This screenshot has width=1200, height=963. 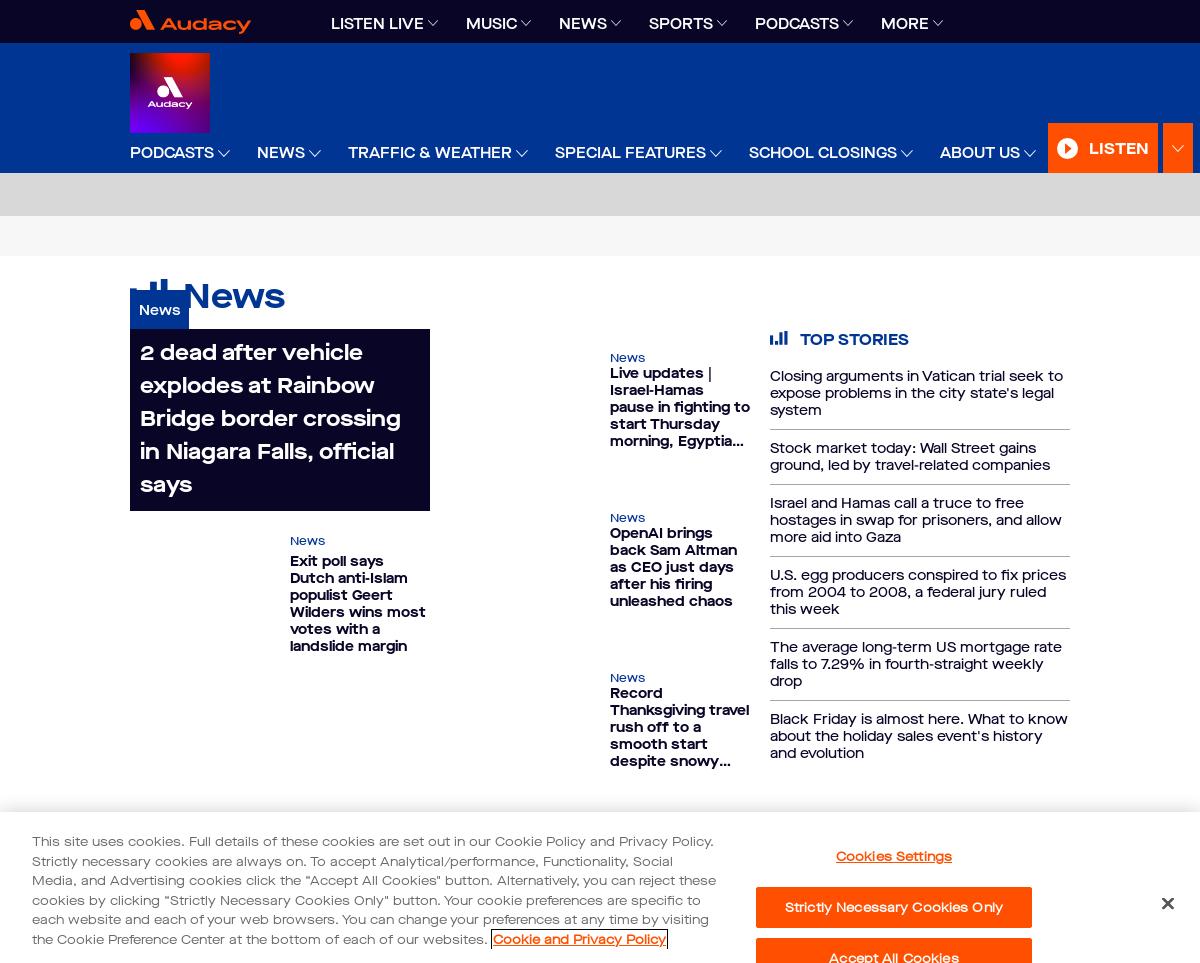 What do you see at coordinates (681, 22) in the screenshot?
I see `'sports'` at bounding box center [681, 22].